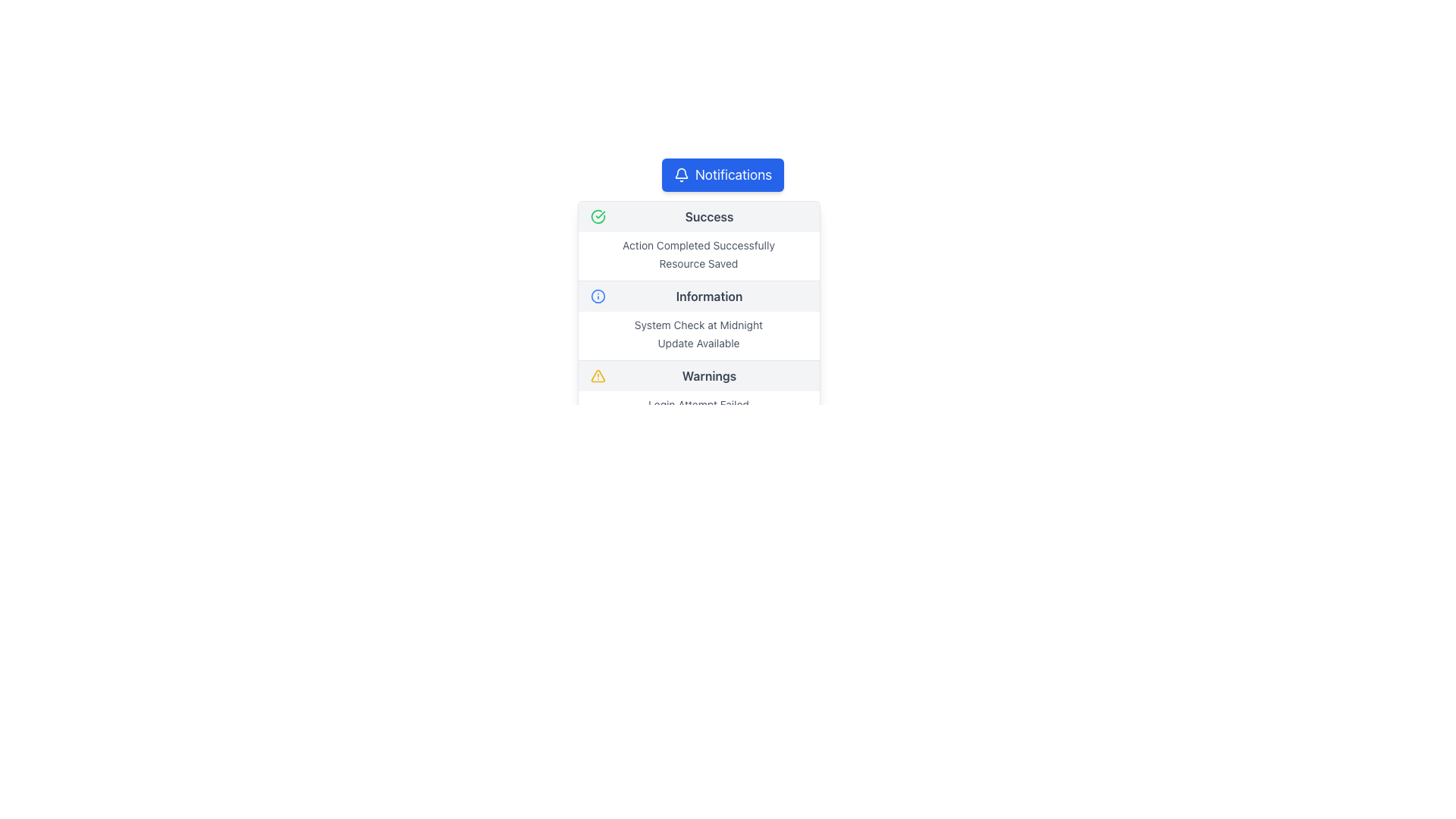 The width and height of the screenshot is (1456, 819). Describe the element at coordinates (680, 172) in the screenshot. I see `the bell-shaped SVG vector graphic icon located in the notification section above the 'Notifications' text label, which is styled on a blue background` at that location.